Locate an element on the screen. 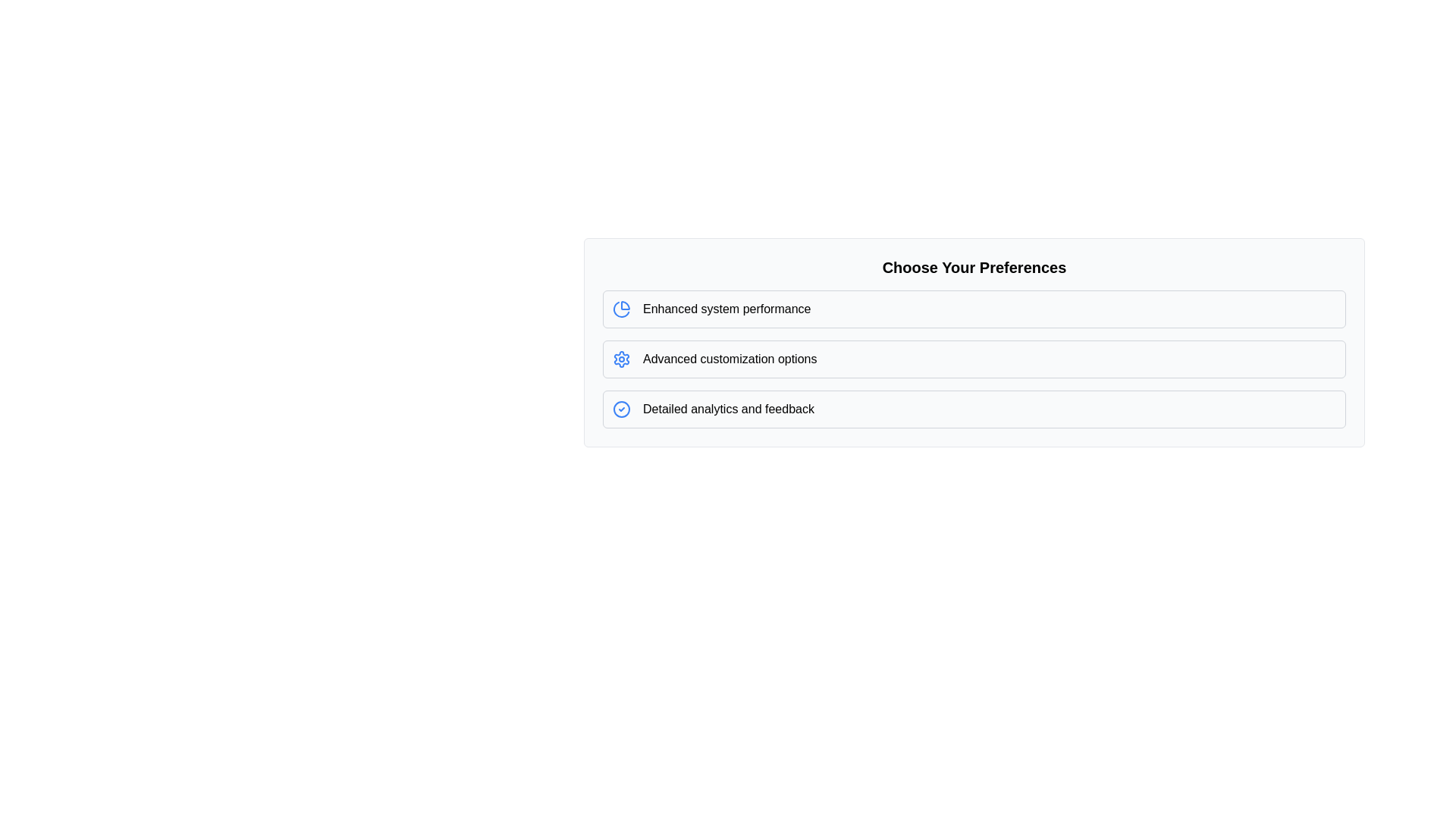 The width and height of the screenshot is (1456, 819). the 'Advanced customization options' selectable item in the list is located at coordinates (974, 359).